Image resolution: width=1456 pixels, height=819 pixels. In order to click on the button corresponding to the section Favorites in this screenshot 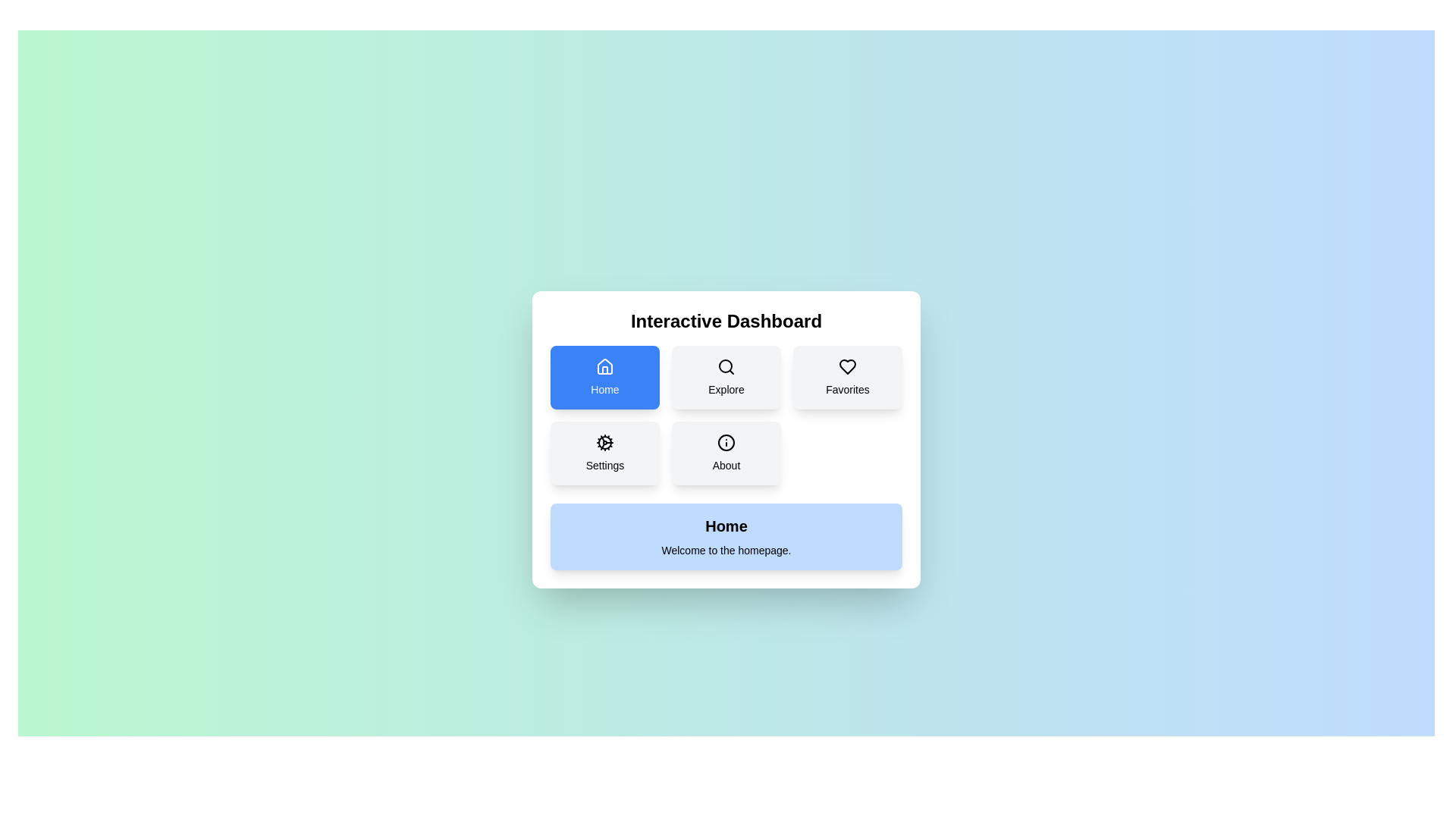, I will do `click(847, 376)`.